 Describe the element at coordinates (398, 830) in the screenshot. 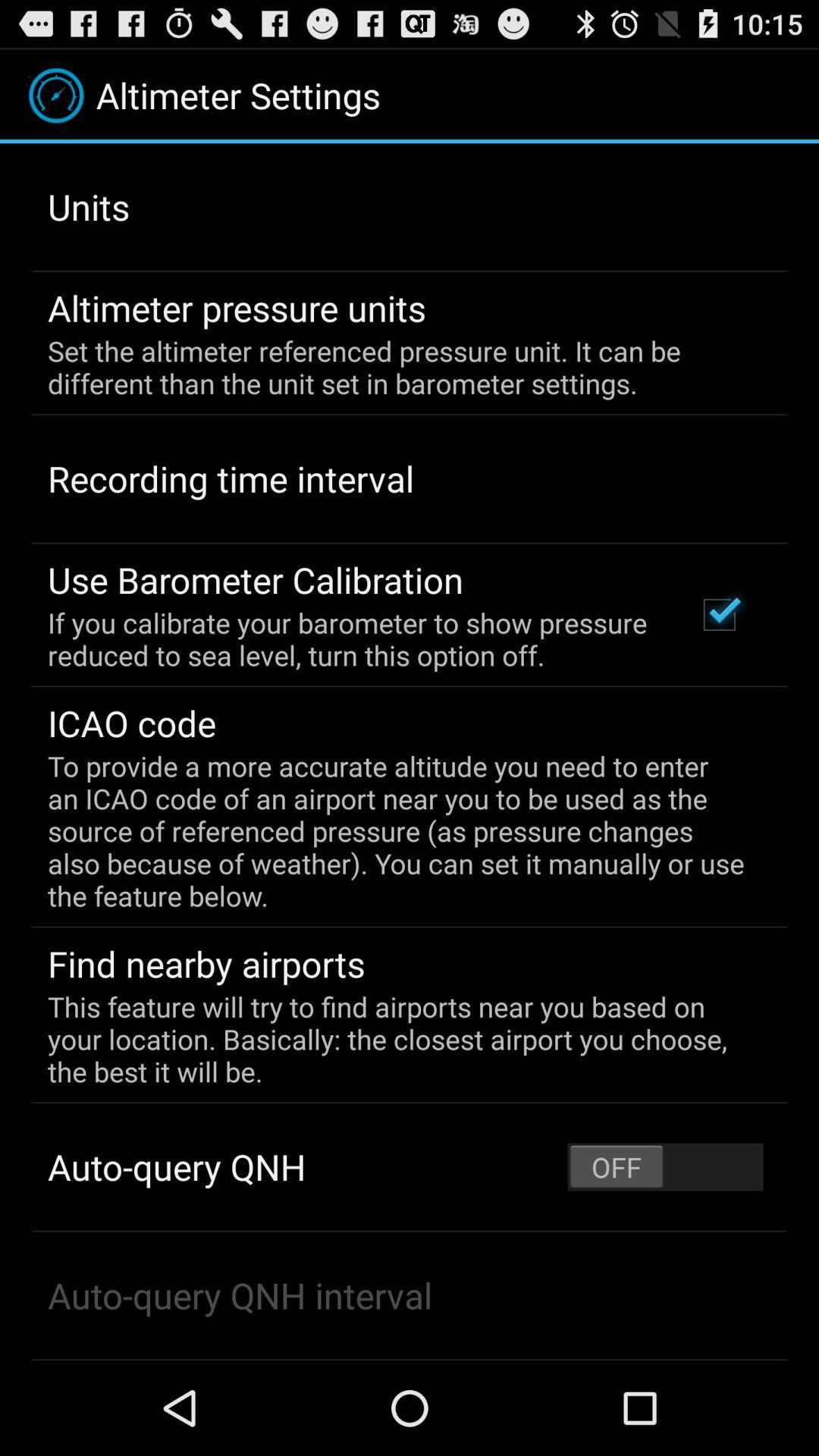

I see `the icon above the find nearby airports` at that location.